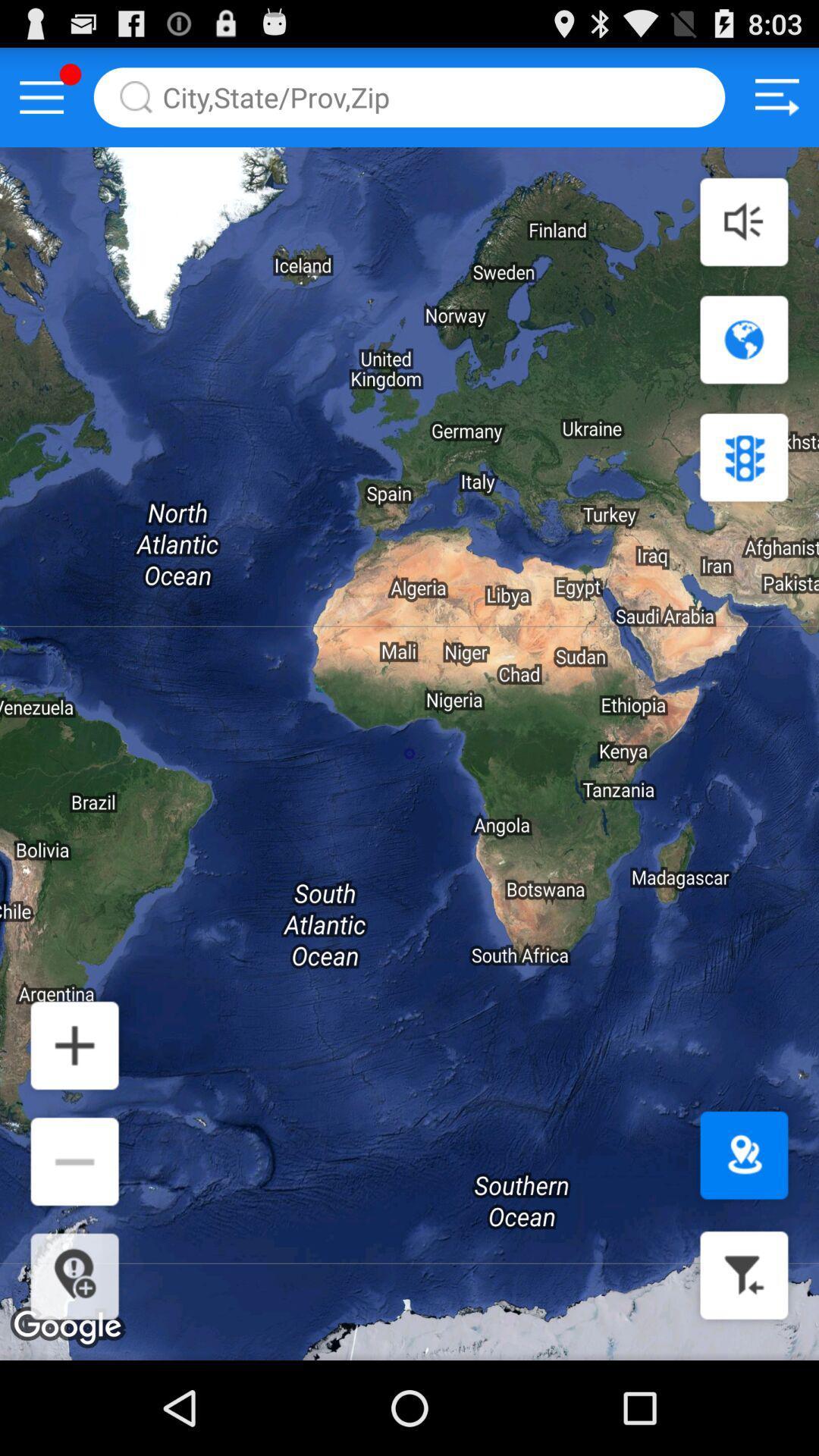 This screenshot has width=819, height=1456. Describe the element at coordinates (743, 221) in the screenshot. I see `sound` at that location.